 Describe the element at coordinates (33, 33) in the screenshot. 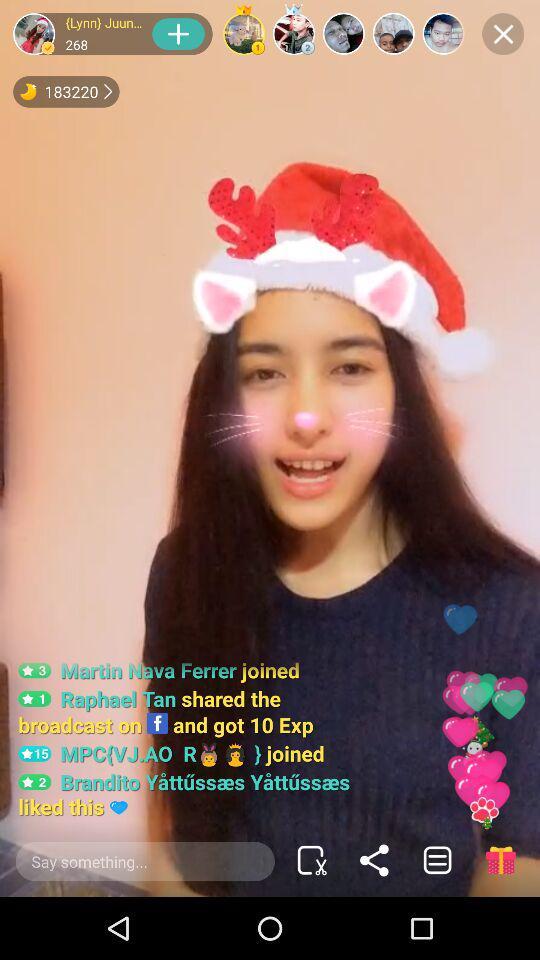

I see `the avatar icon` at that location.